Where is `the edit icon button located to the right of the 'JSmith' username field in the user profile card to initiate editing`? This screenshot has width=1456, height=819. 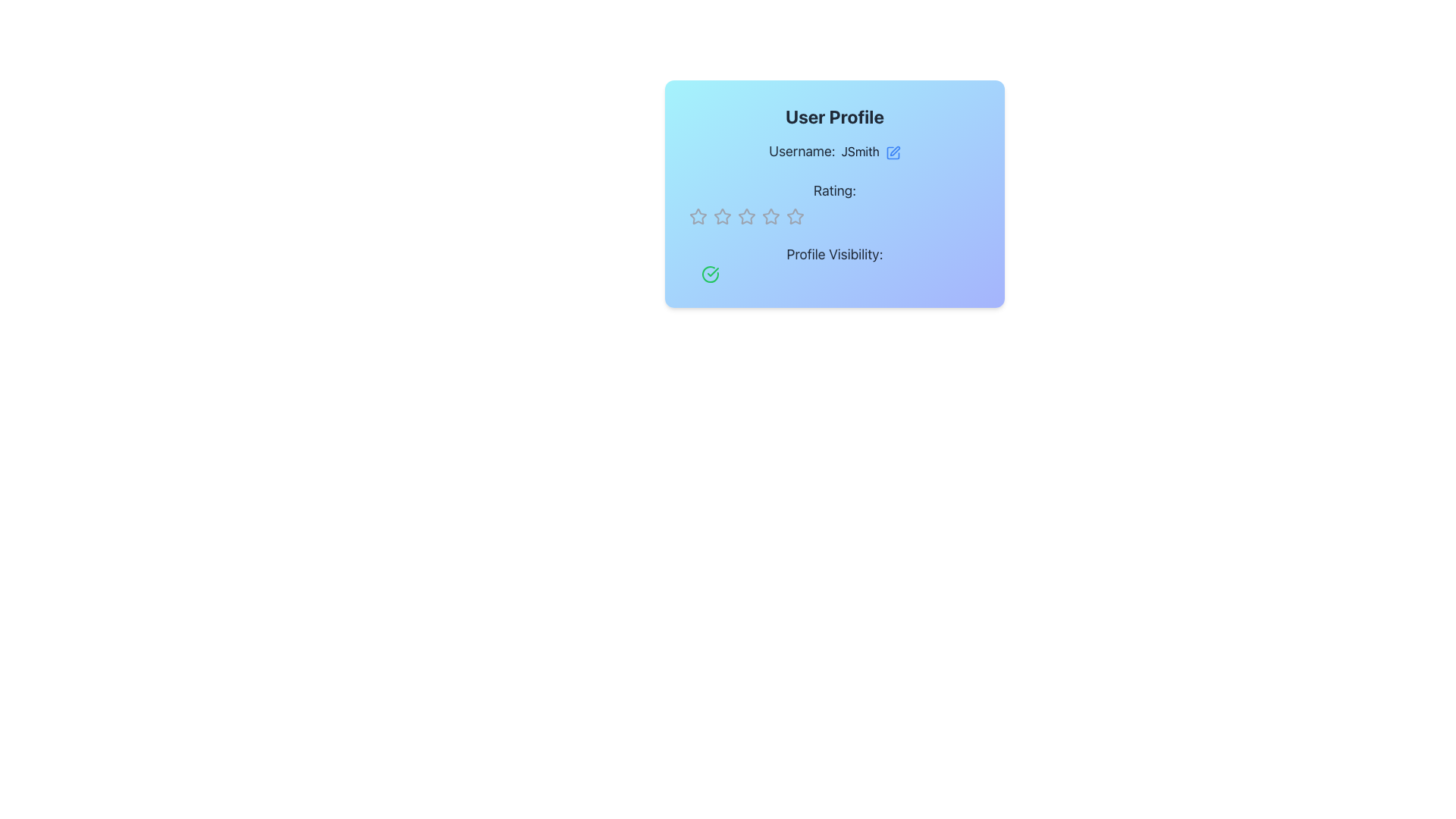 the edit icon button located to the right of the 'JSmith' username field in the user profile card to initiate editing is located at coordinates (893, 152).